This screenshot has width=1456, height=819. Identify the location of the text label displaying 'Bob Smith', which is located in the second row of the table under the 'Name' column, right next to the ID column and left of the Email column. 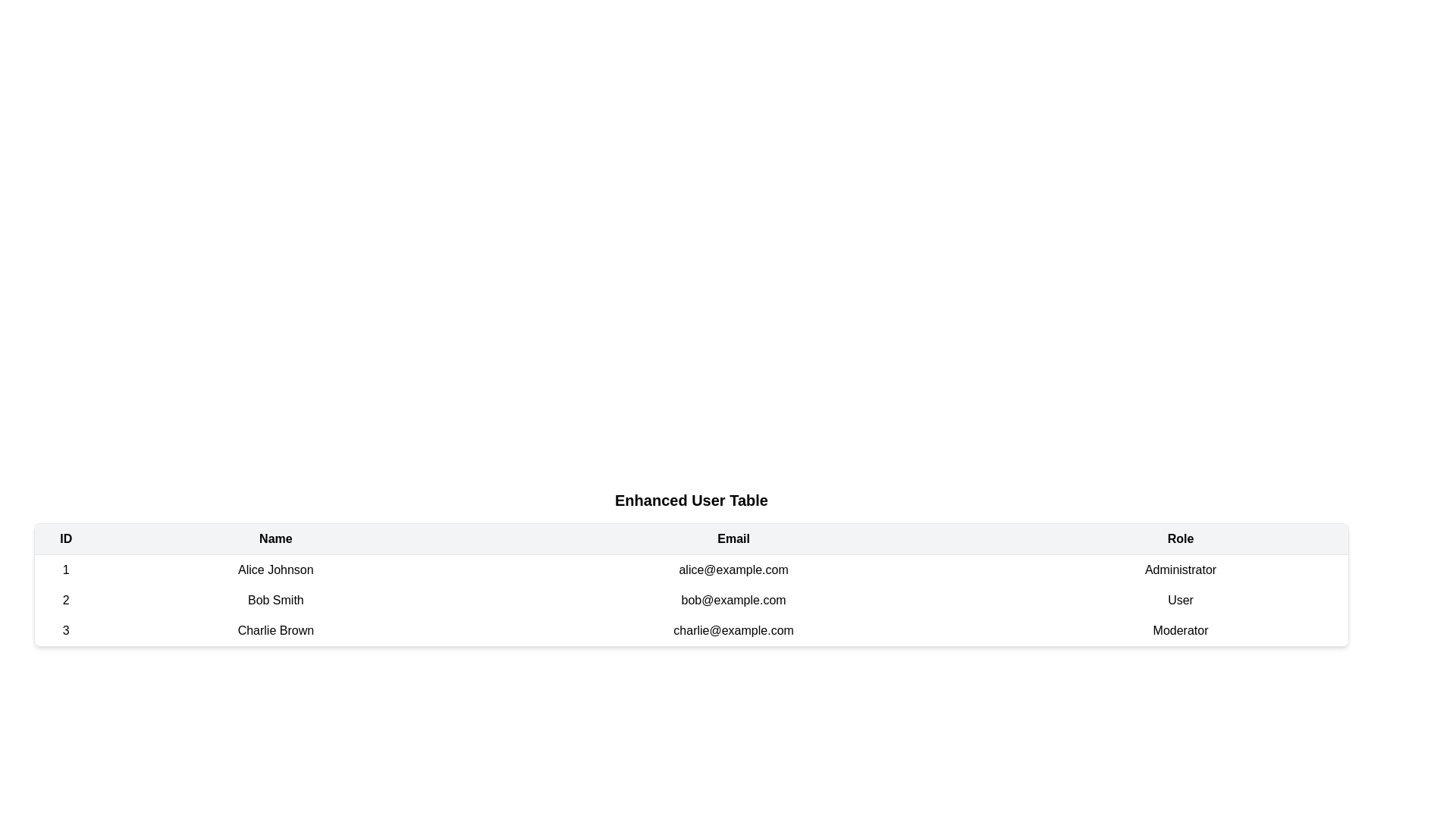
(275, 599).